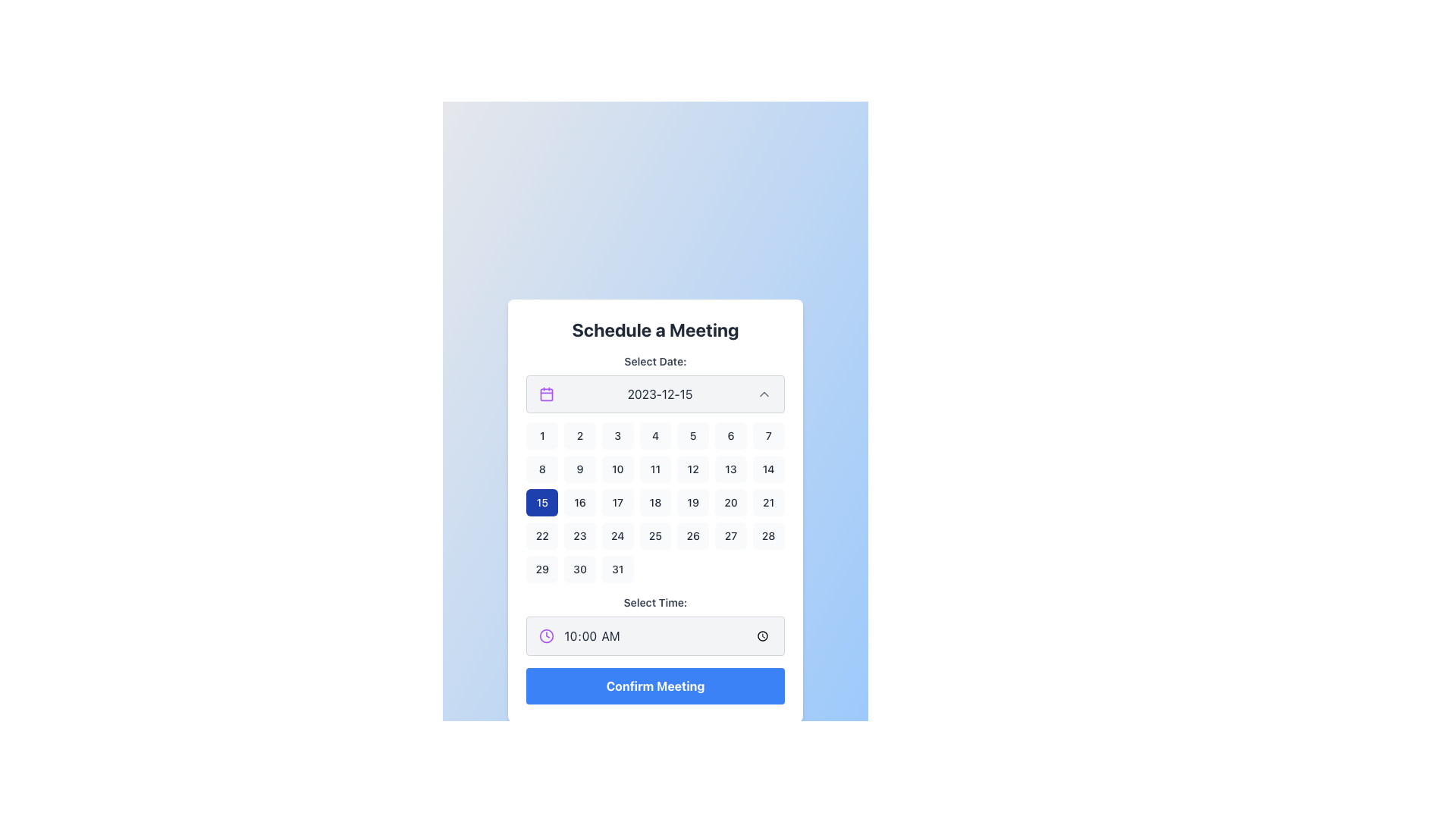  Describe the element at coordinates (768, 535) in the screenshot. I see `the button representing the date '28' in the calendar date-picker component` at that location.